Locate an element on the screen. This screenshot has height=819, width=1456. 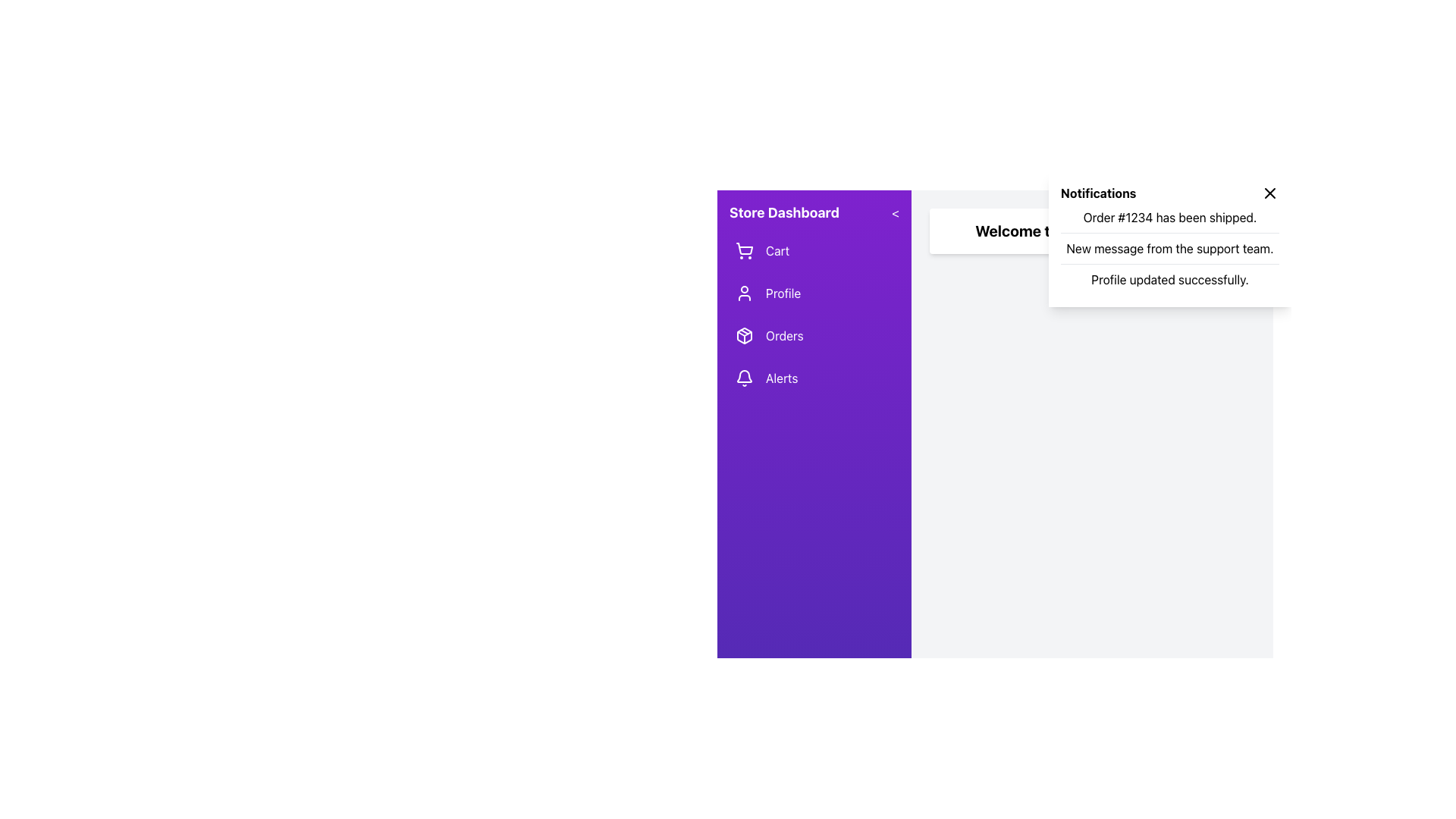
the user icon in the 'Profile' entry of the vertical navigation menu, located above the text 'Profile' is located at coordinates (745, 293).